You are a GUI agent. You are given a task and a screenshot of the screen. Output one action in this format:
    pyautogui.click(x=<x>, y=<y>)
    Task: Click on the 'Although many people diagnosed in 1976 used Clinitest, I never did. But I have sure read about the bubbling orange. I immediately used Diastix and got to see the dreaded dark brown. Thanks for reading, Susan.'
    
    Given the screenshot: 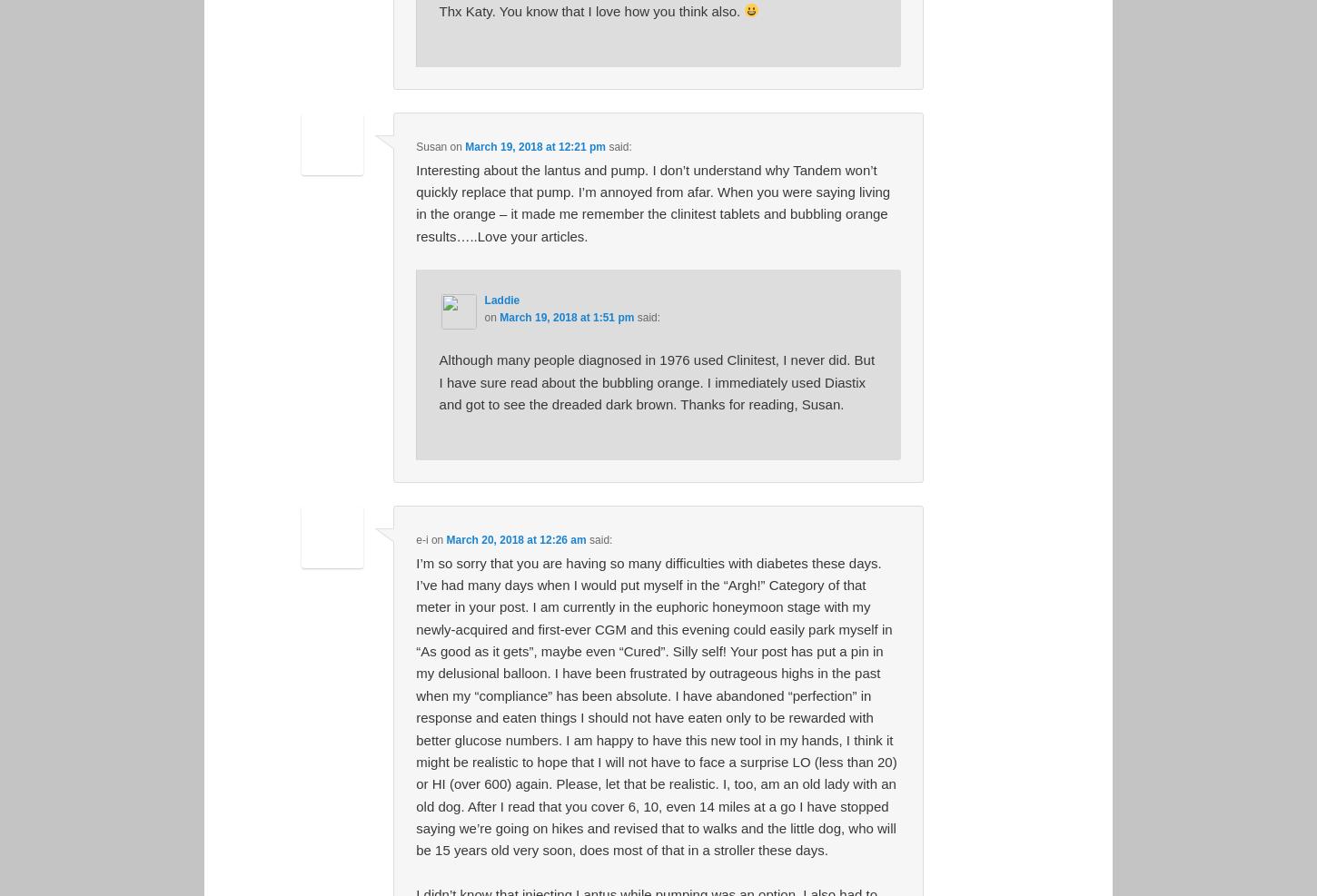 What is the action you would take?
    pyautogui.click(x=655, y=381)
    